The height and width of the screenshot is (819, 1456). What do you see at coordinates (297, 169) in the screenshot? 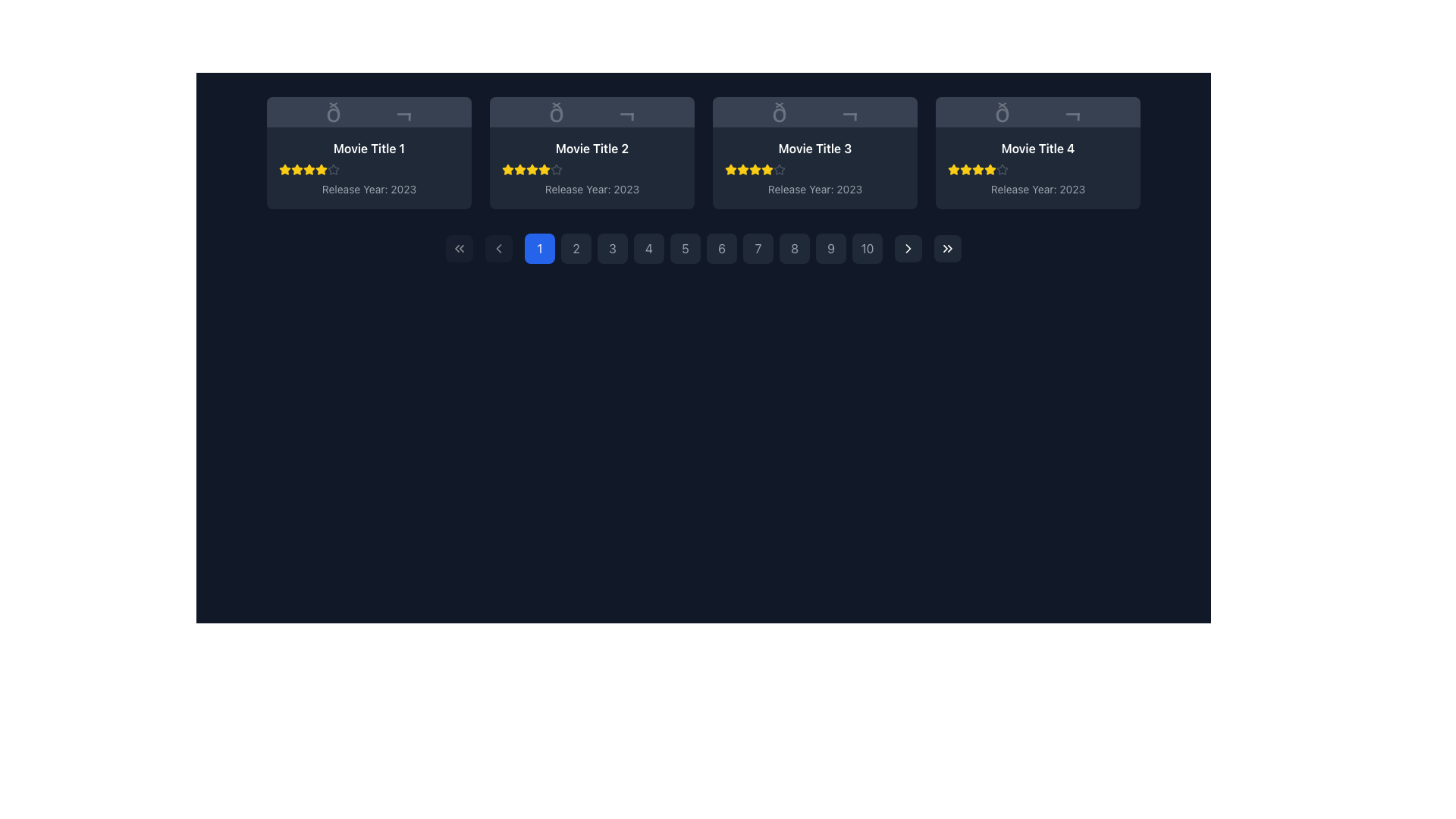
I see `the leftmost star icon in the rating component for 'Movie Title 1' to interact with the rating` at bounding box center [297, 169].